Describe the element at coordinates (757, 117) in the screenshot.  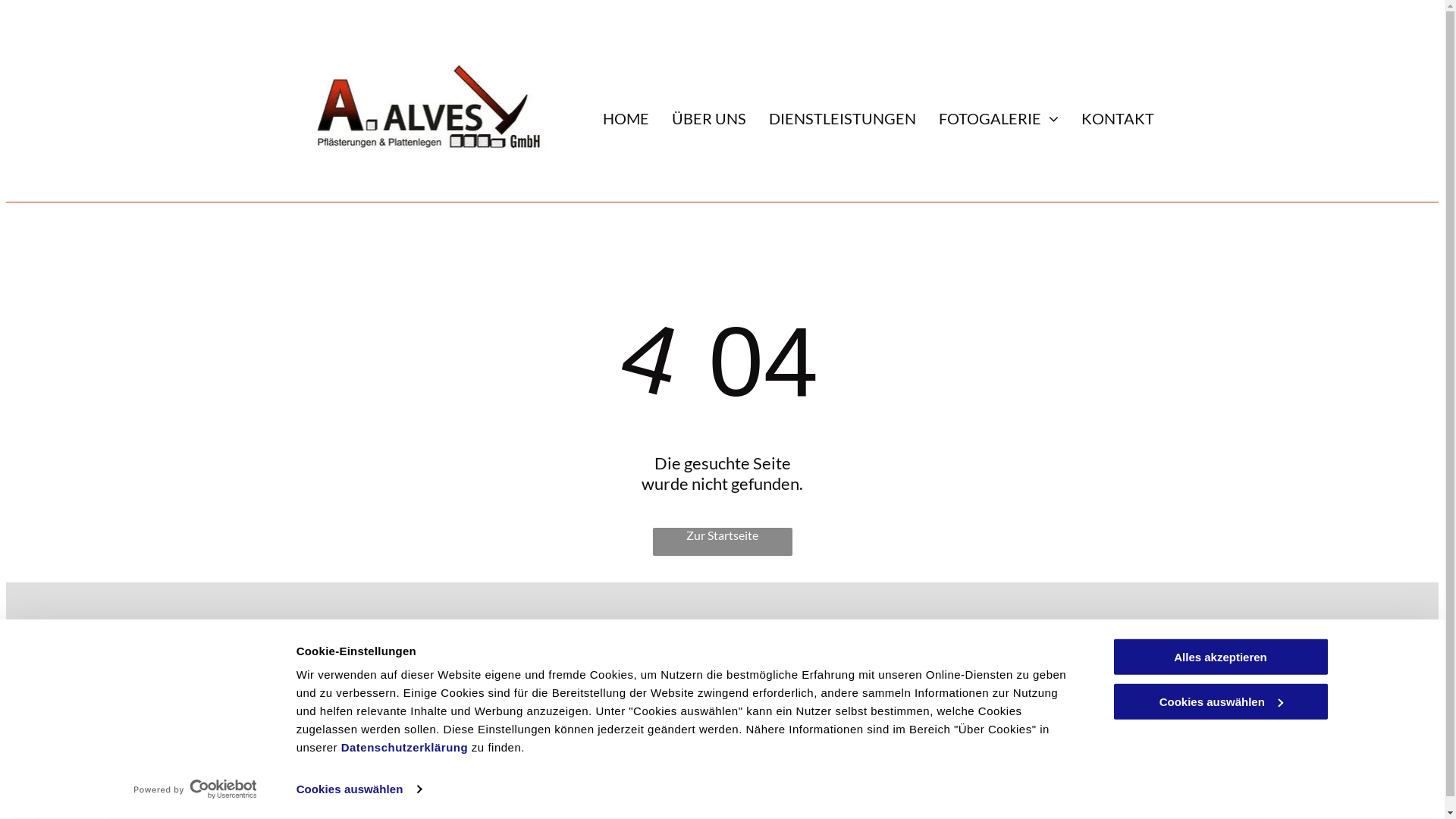
I see `'DIENSTLEISTUNGEN'` at that location.